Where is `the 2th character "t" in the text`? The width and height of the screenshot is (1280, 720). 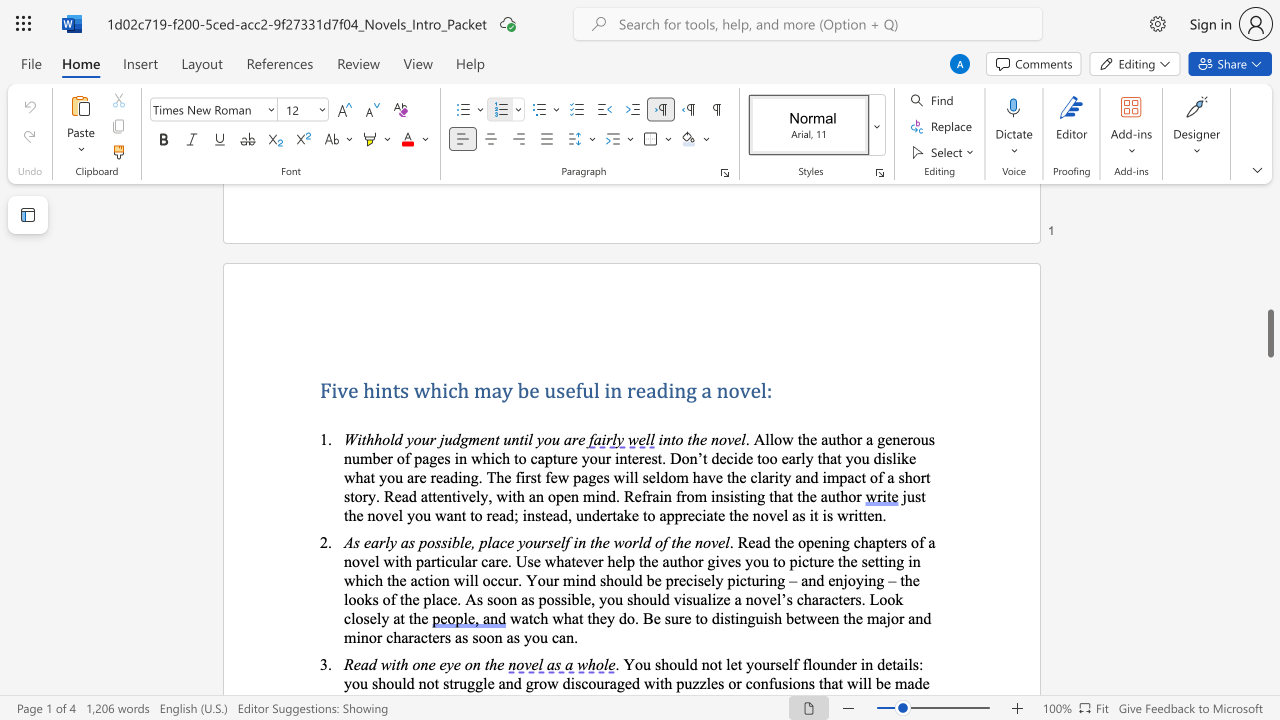
the 2th character "t" in the text is located at coordinates (580, 617).